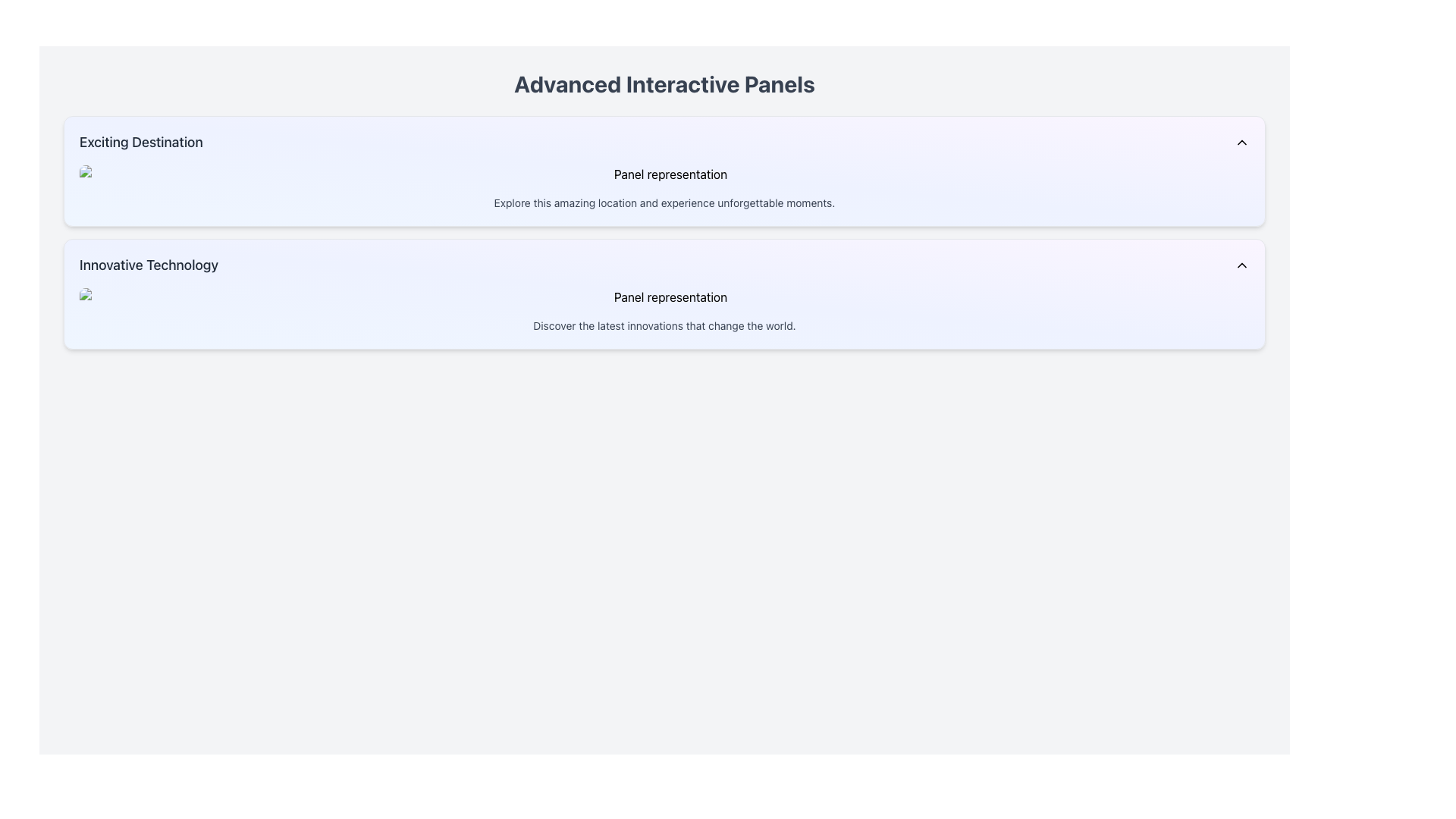 The height and width of the screenshot is (819, 1456). I want to click on the upward-pointing chevron icon located at the far-right of the 'Exciting Destination' section, so click(1241, 143).